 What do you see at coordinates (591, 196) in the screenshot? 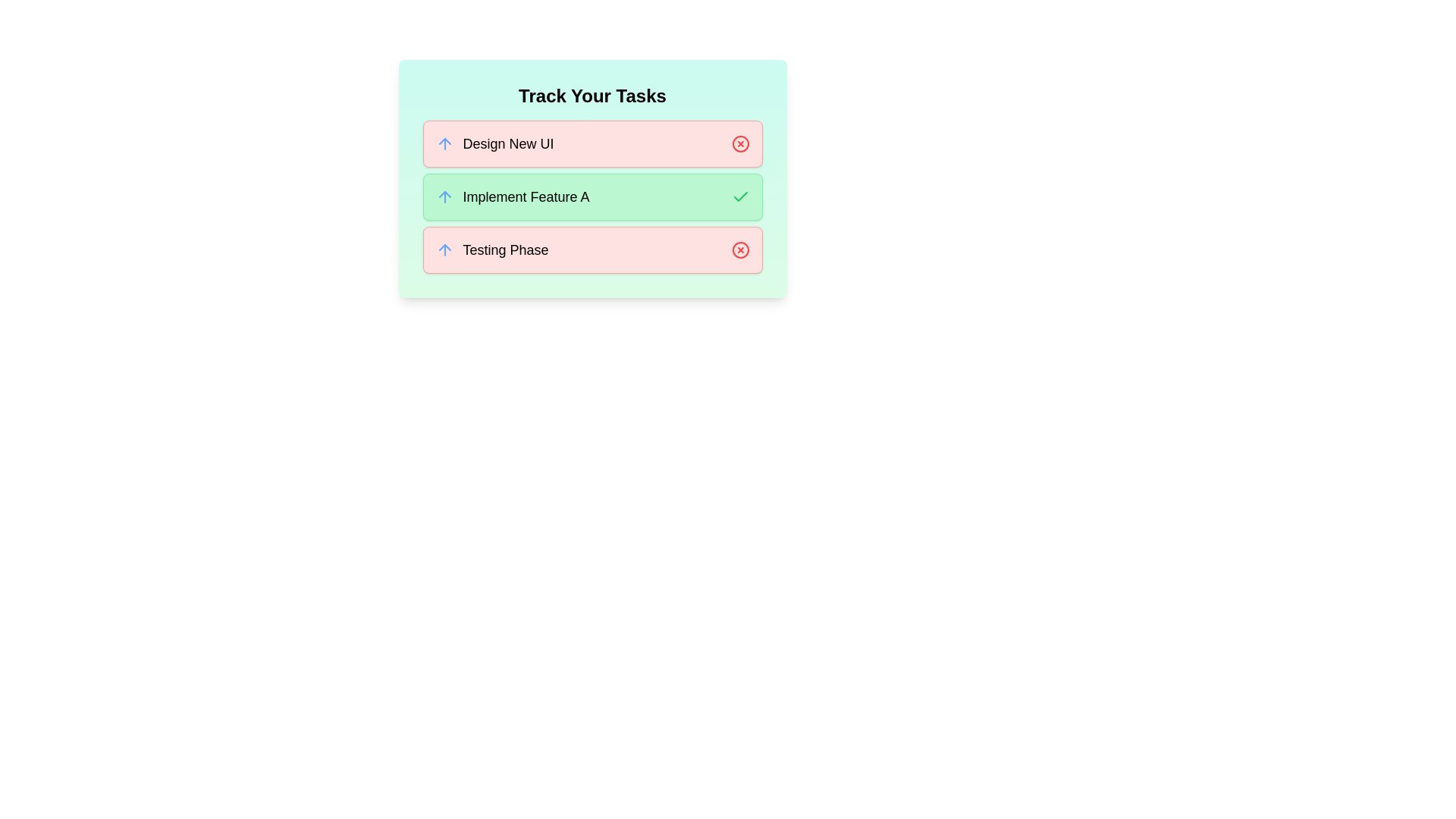
I see `the task card corresponding to Implement Feature A to toggle its completion status` at bounding box center [591, 196].